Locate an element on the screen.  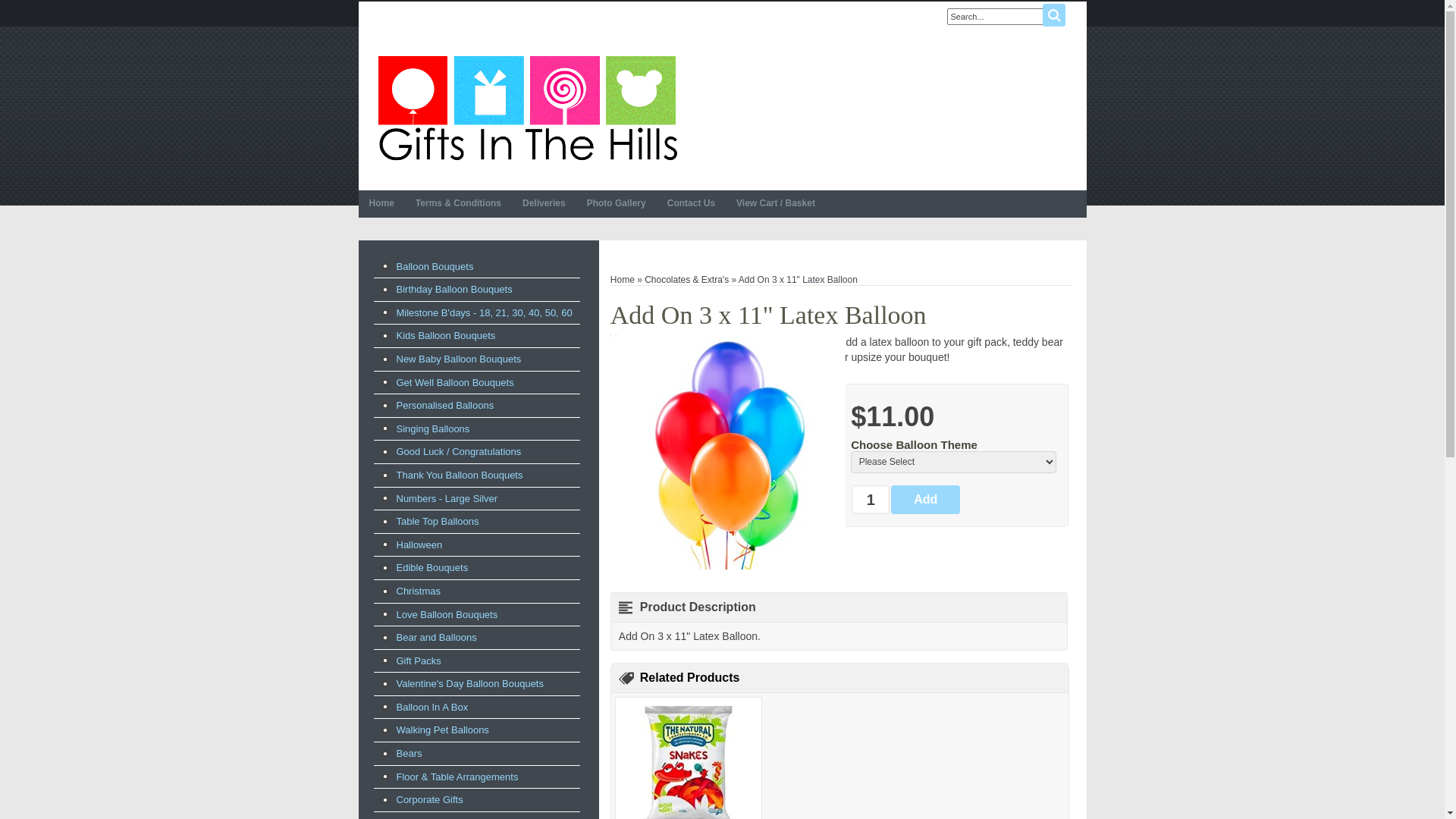
'Good Luck / Congratulations' is located at coordinates (475, 451).